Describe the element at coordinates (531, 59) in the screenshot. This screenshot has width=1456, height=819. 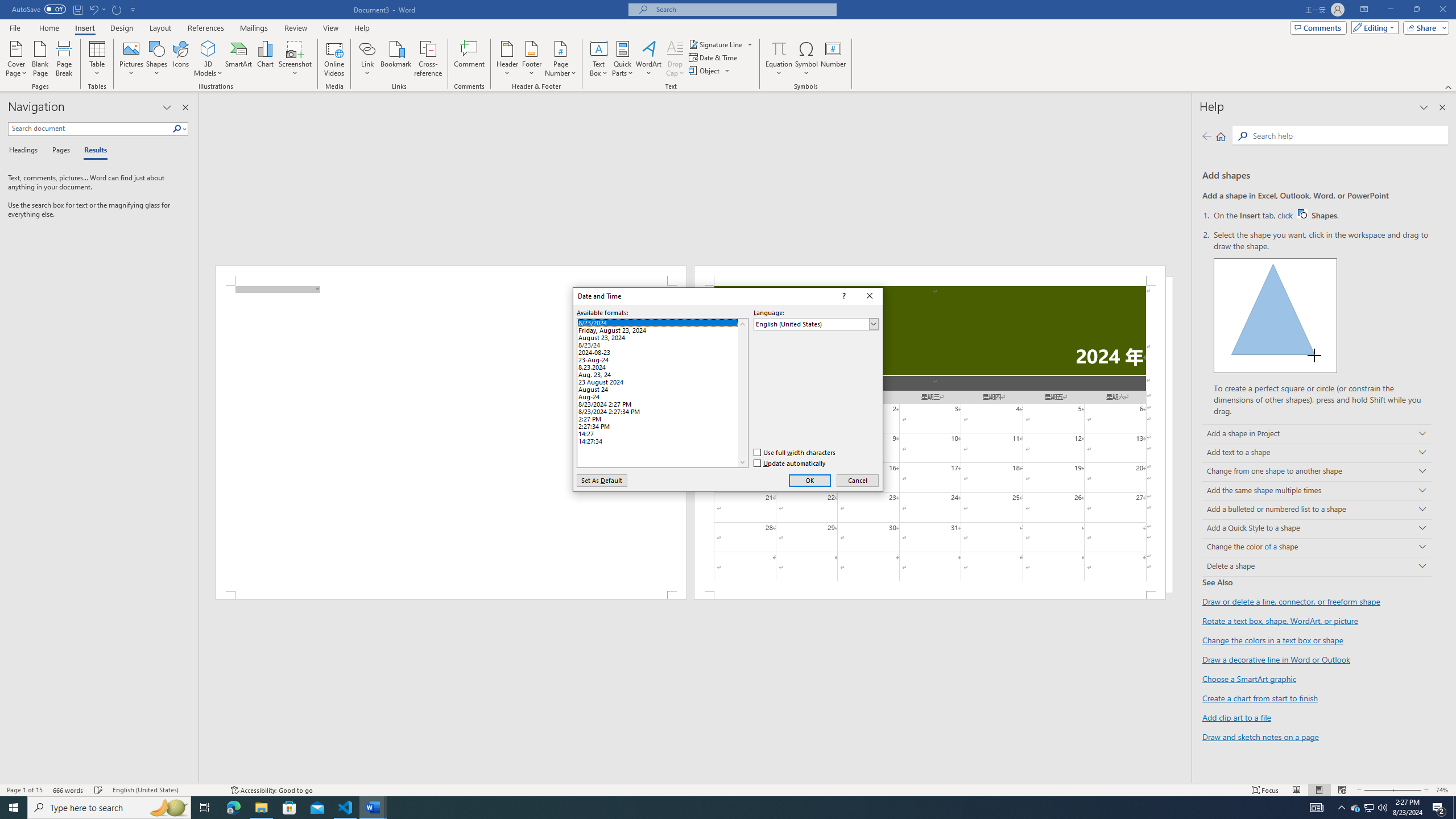
I see `'Footer'` at that location.